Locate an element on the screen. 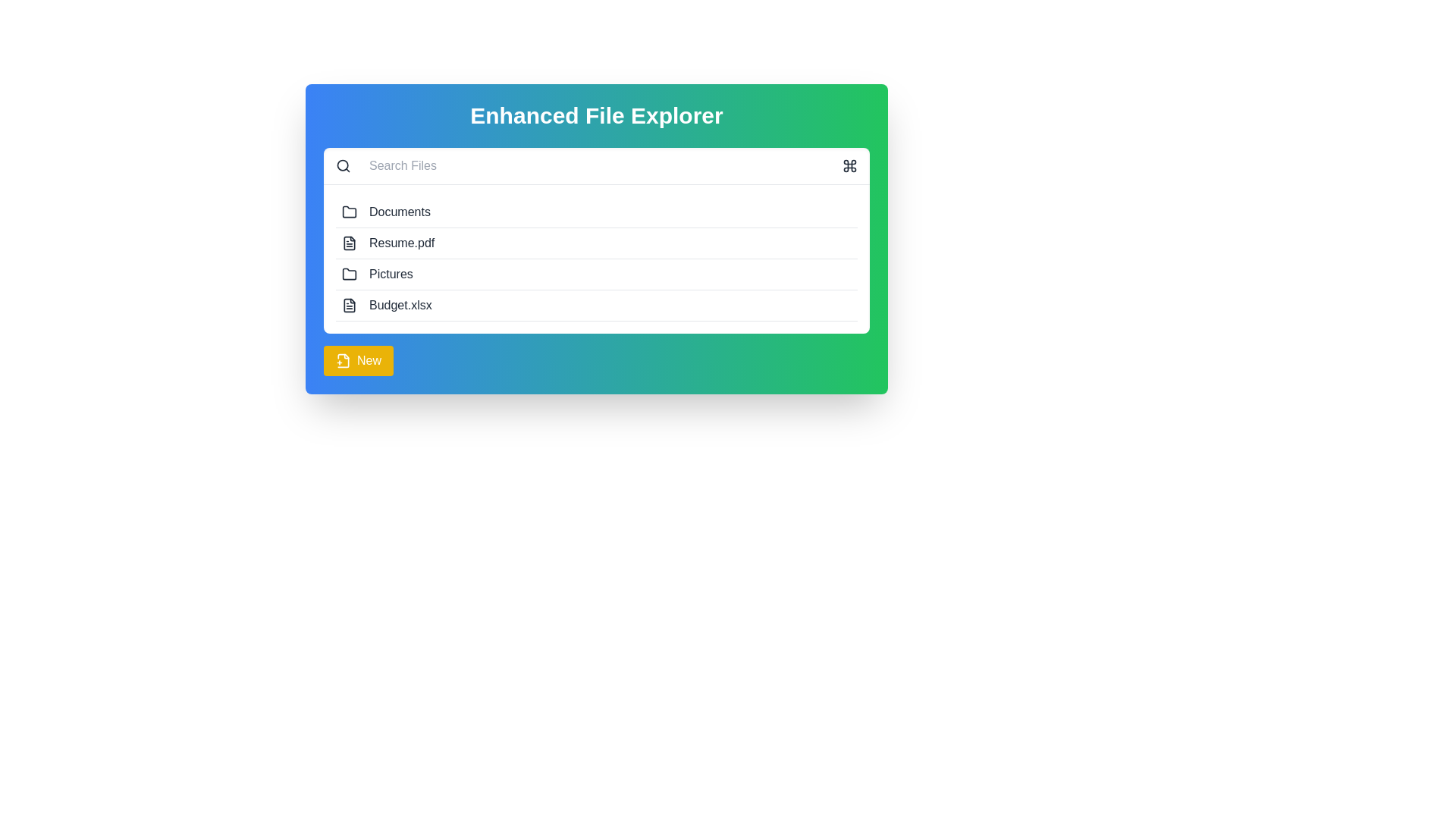 The height and width of the screenshot is (819, 1456). the SVG Icon located at the top-right end of the search input bar is located at coordinates (850, 166).